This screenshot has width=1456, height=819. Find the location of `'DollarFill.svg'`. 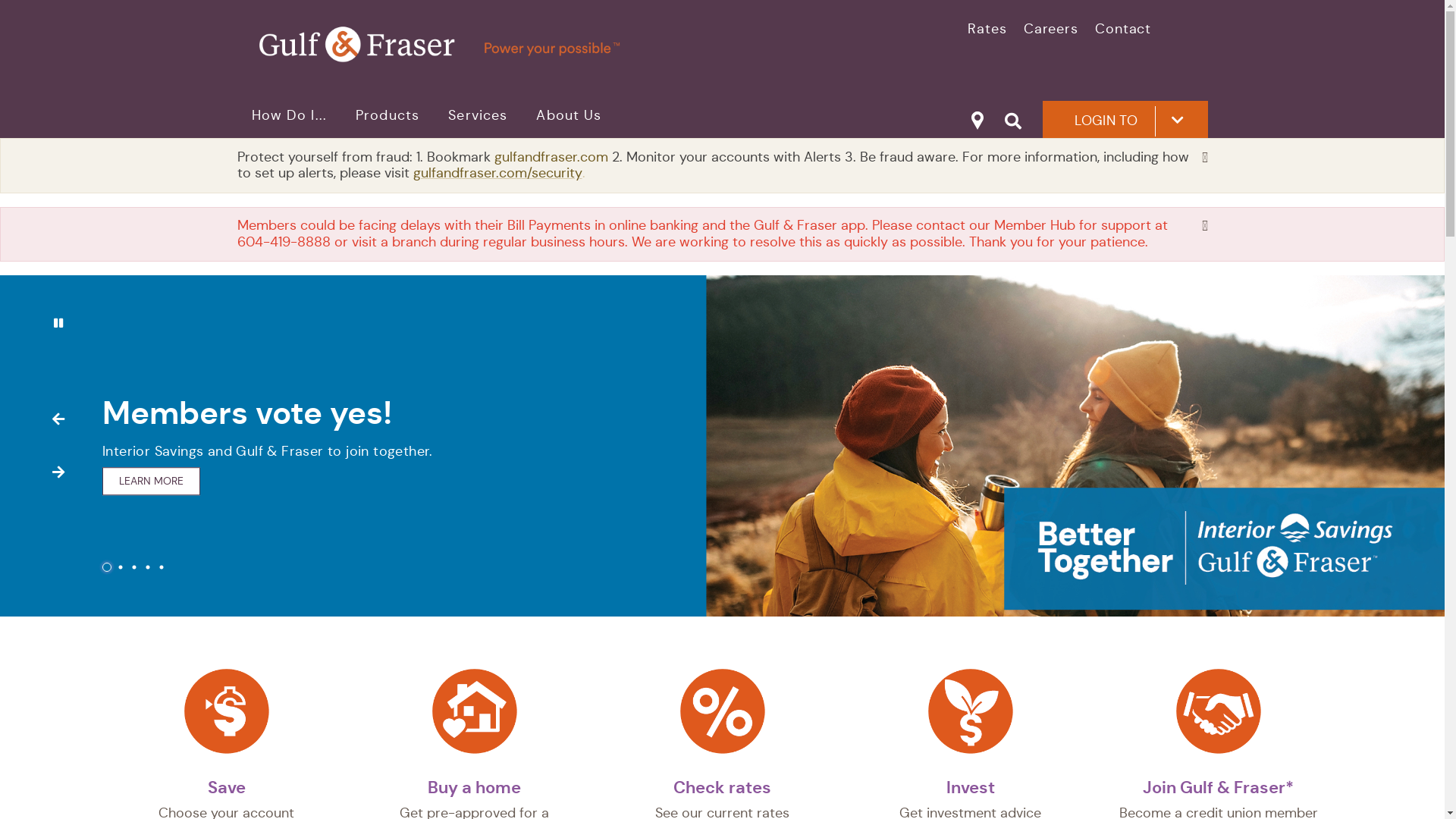

'DollarFill.svg' is located at coordinates (224, 711).